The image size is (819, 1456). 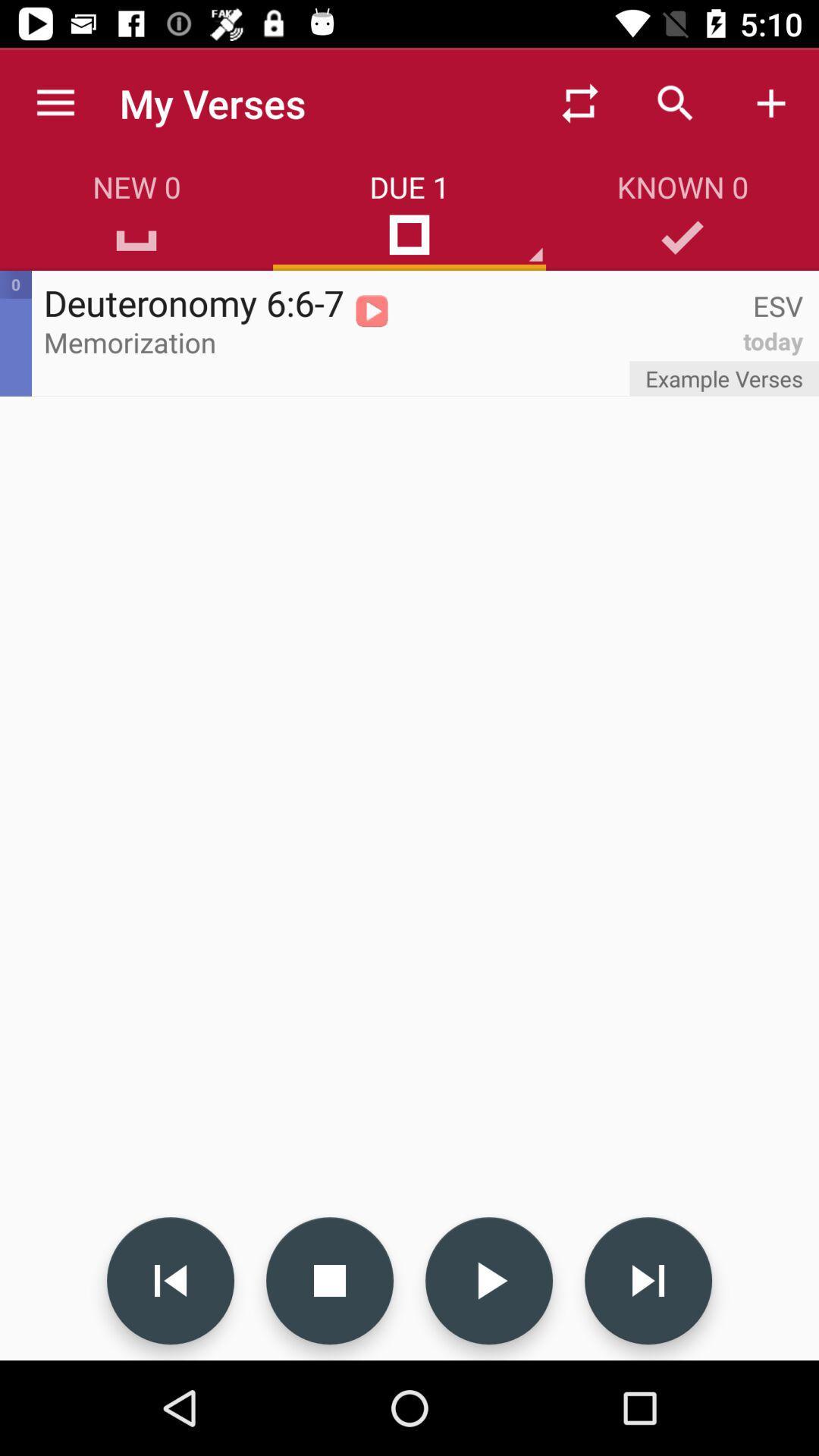 What do you see at coordinates (488, 1280) in the screenshot?
I see `passage` at bounding box center [488, 1280].